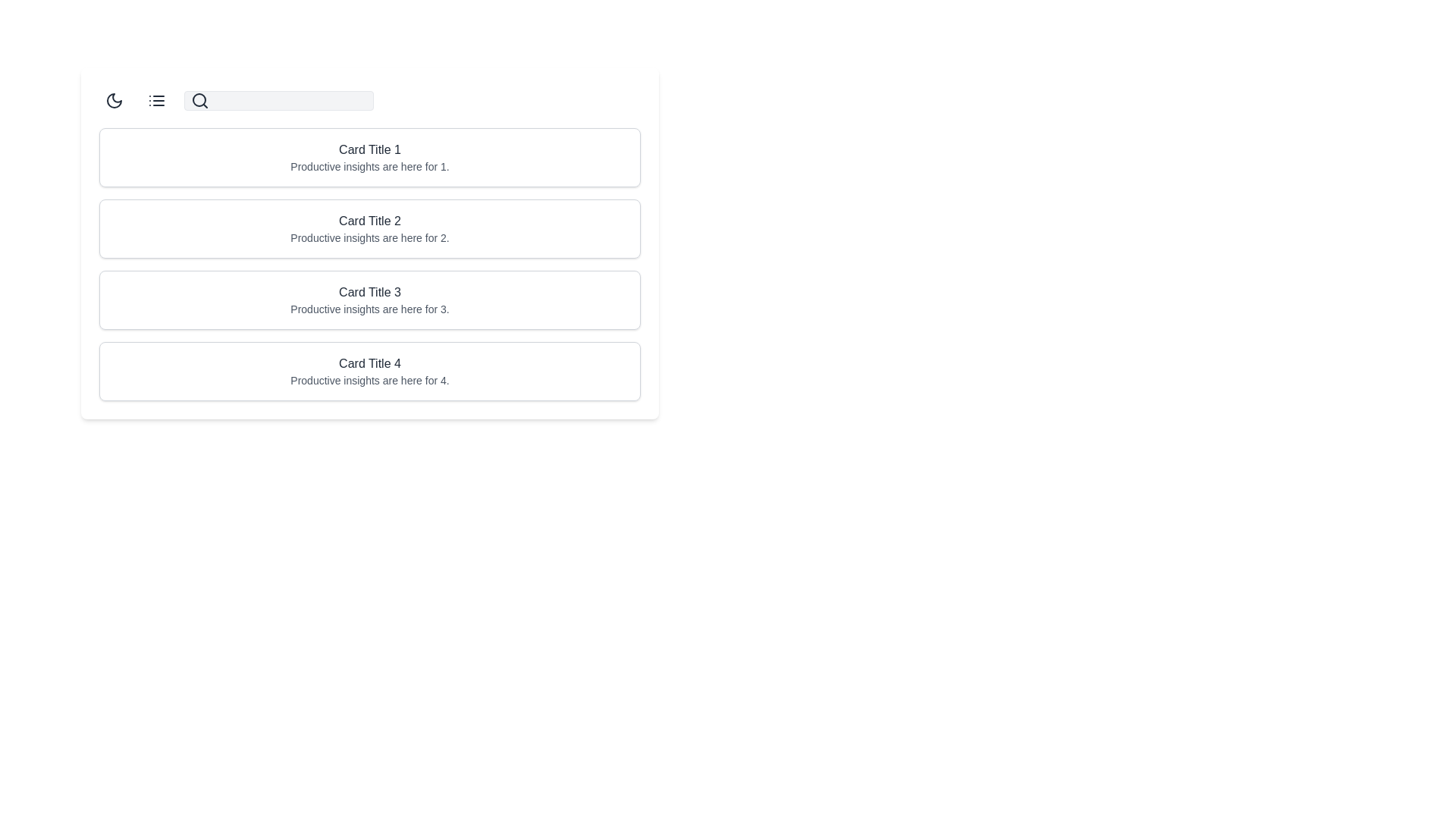 This screenshot has width=1456, height=819. I want to click on the title text of the fourth card in the vertically arranged list, so click(370, 363).